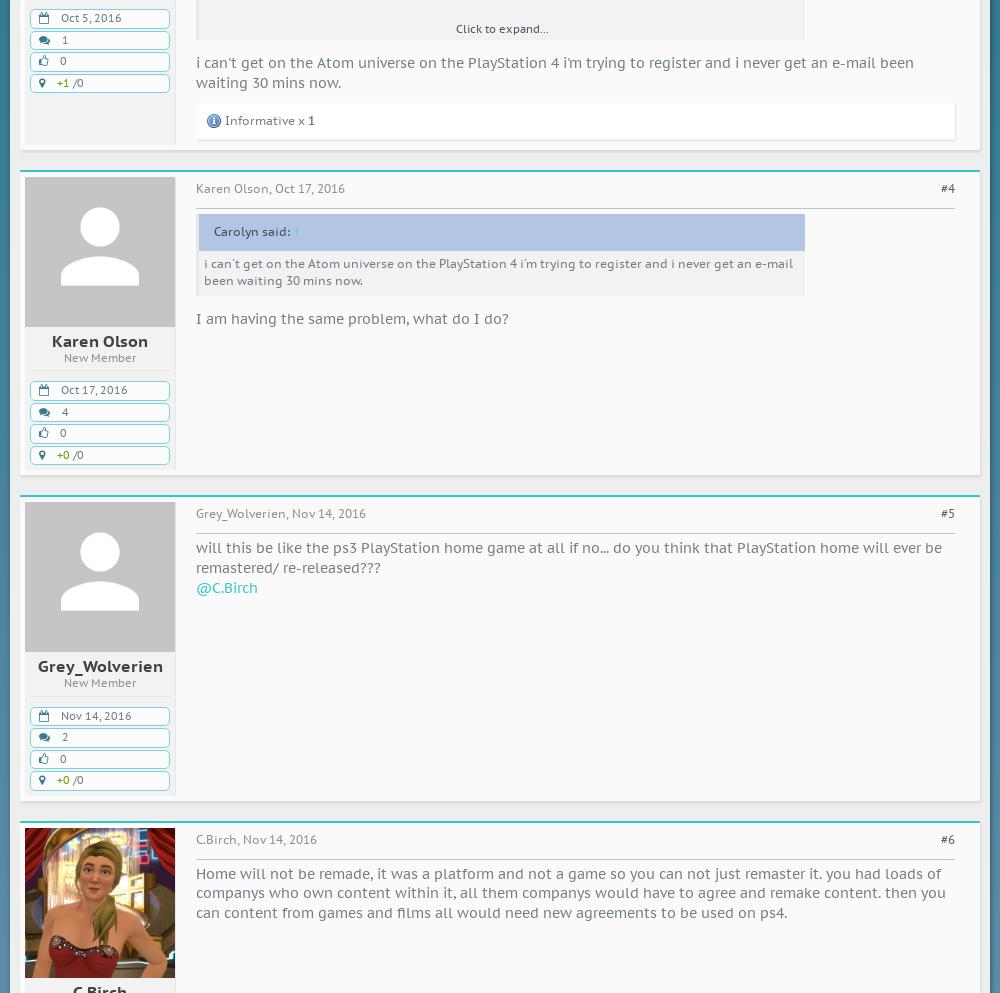  What do you see at coordinates (62, 81) in the screenshot?
I see `'+1'` at bounding box center [62, 81].